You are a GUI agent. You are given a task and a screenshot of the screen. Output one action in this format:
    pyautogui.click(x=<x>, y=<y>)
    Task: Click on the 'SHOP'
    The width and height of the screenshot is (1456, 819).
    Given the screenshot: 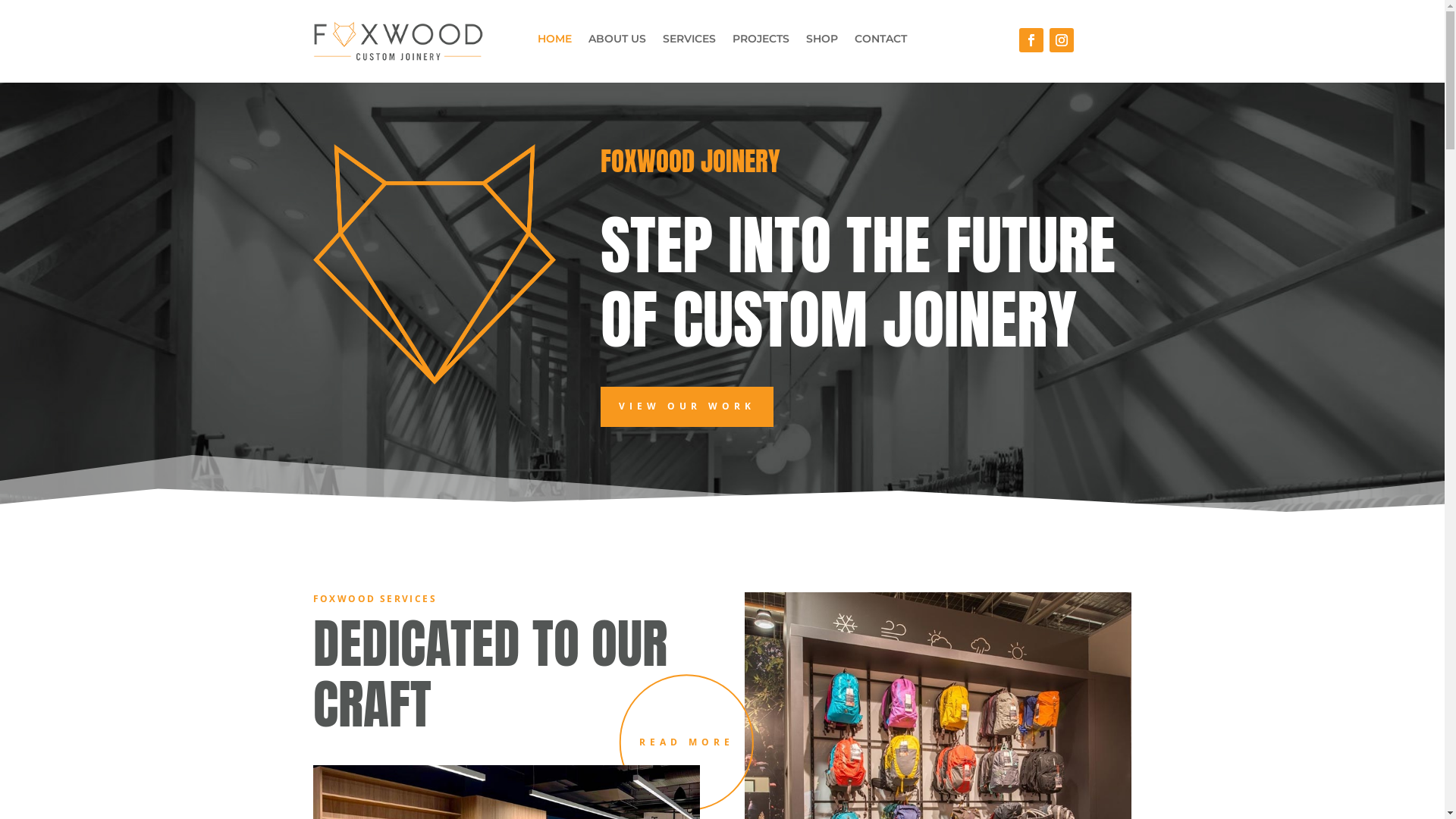 What is the action you would take?
    pyautogui.click(x=805, y=40)
    